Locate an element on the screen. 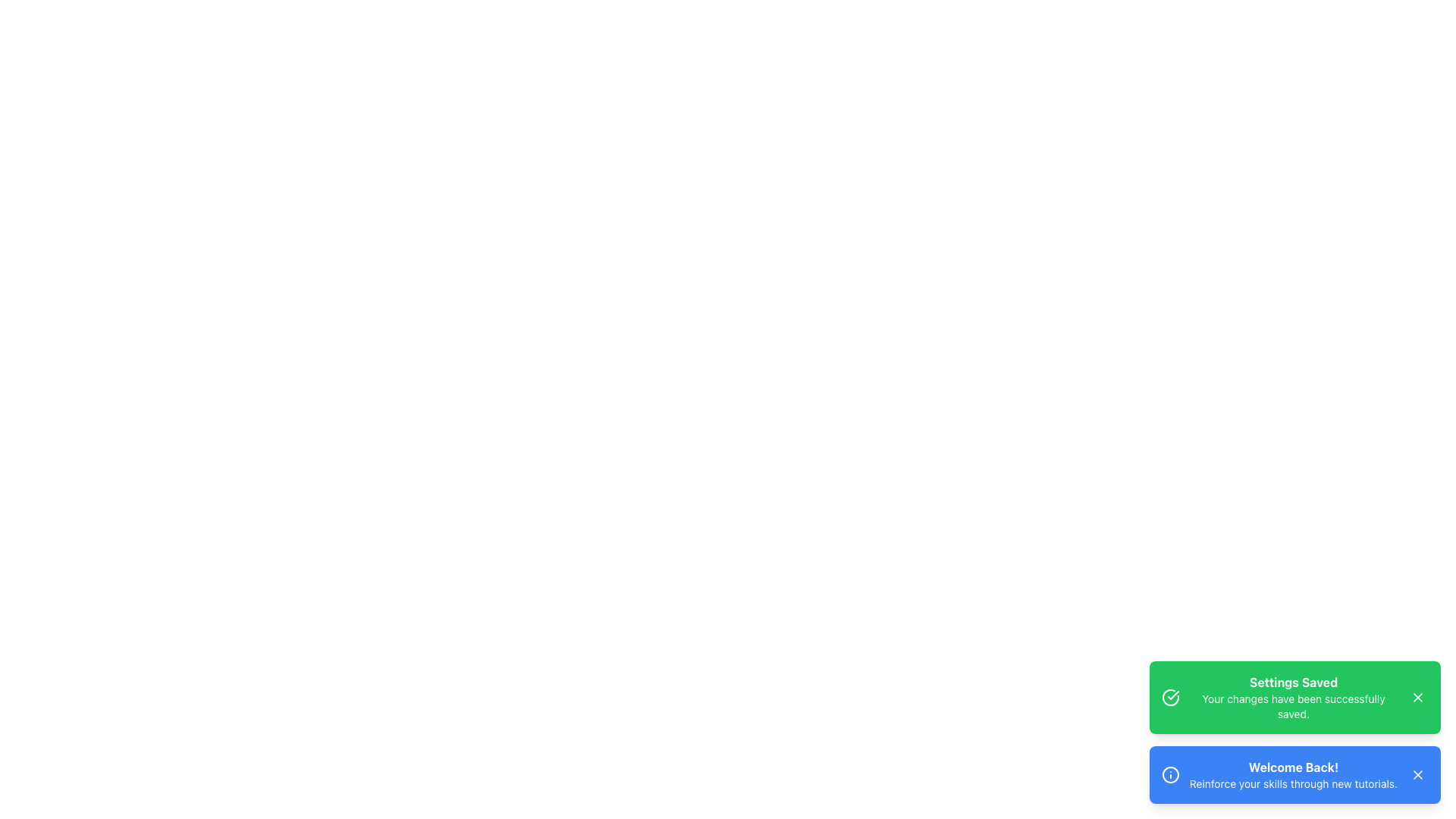 Image resolution: width=1456 pixels, height=819 pixels. the small cross icon with a green background in the top-right corner of the 'Settings Saved.' notification banner is located at coordinates (1417, 698).